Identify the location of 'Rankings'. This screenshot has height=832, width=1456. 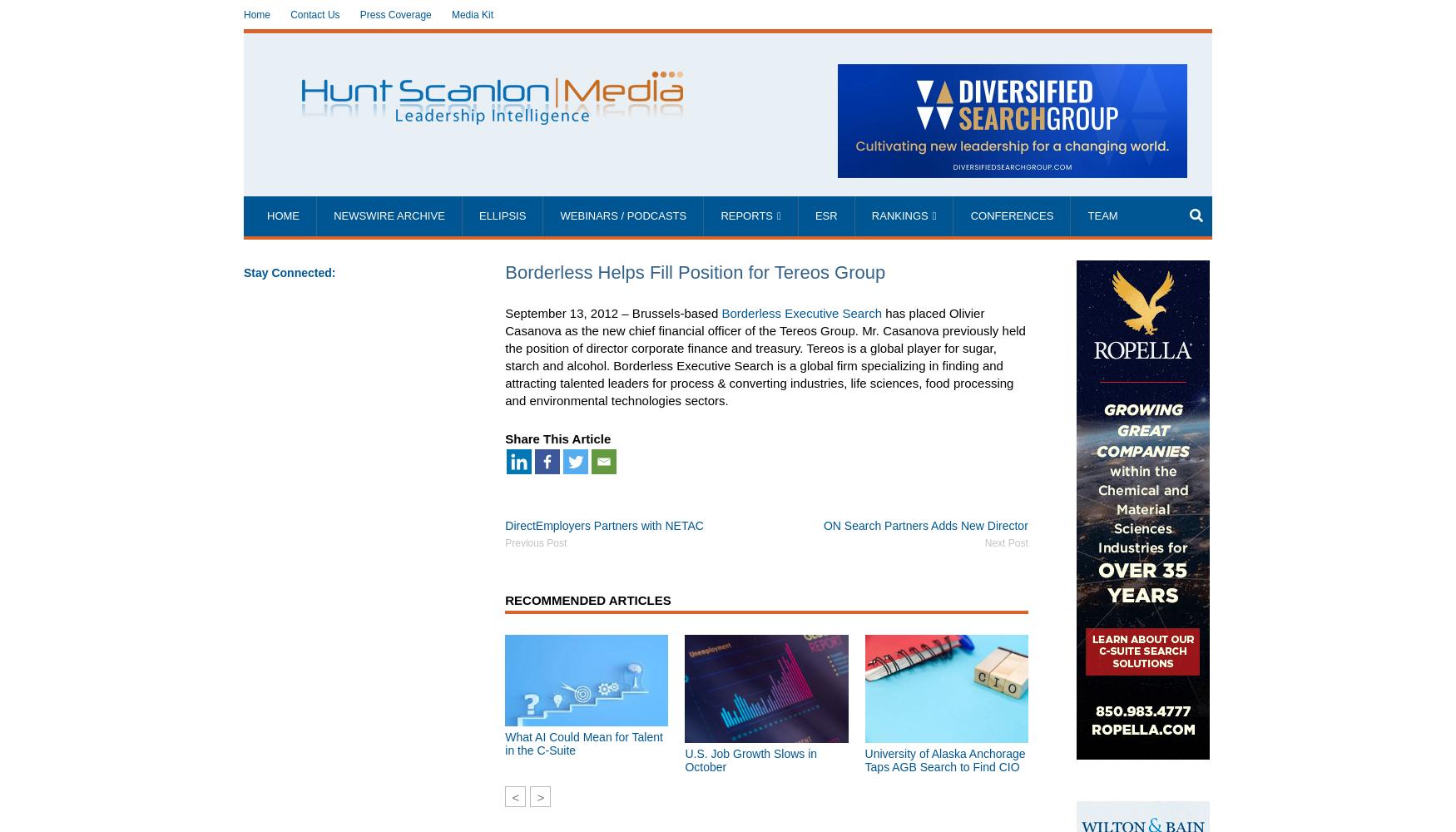
(899, 215).